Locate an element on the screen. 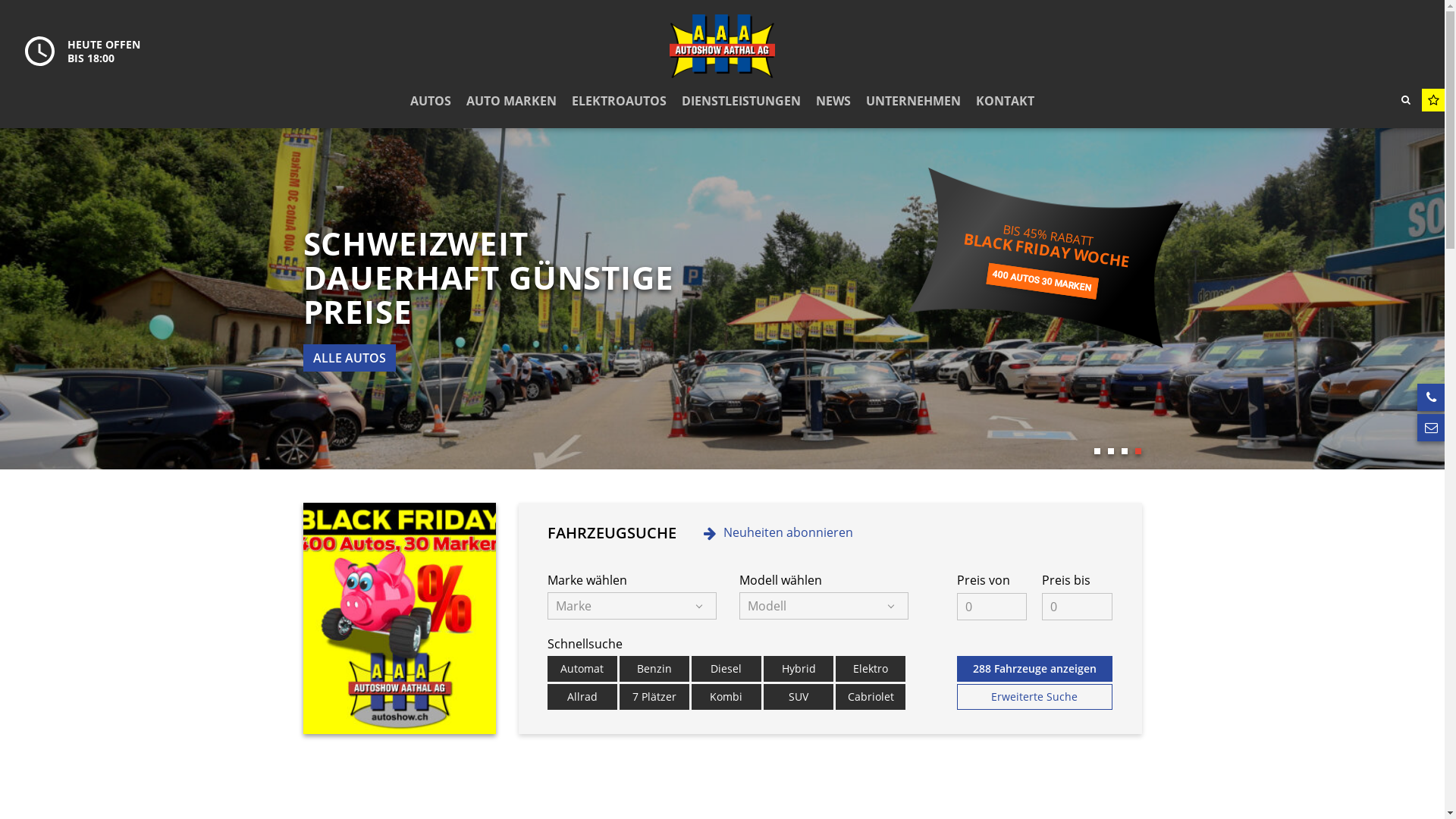 The height and width of the screenshot is (819, 1456). '3' is located at coordinates (1124, 450).